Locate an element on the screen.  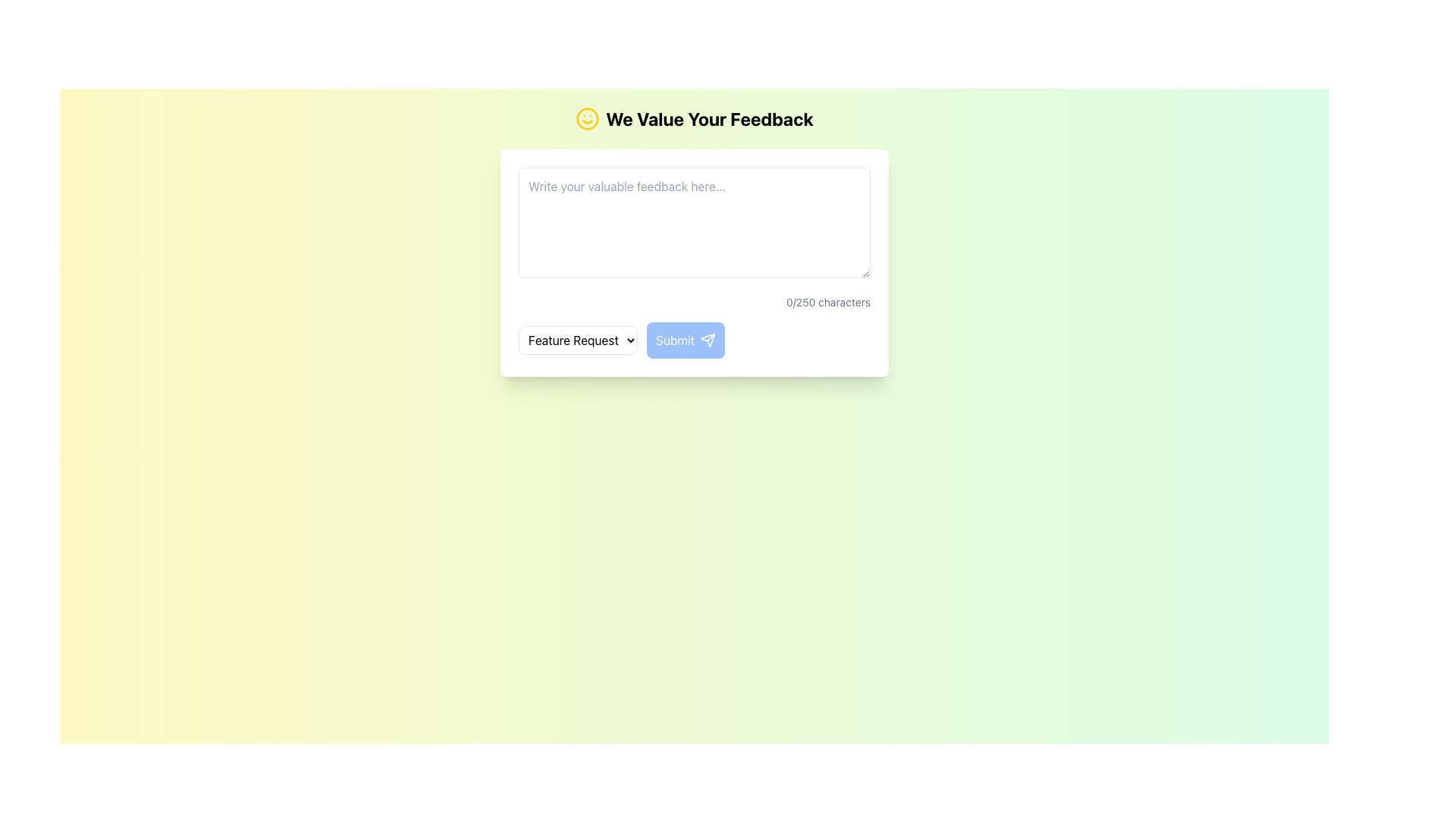
the SVG circle element with a smiley face design, which is yellow and positioned above the heading 'We Value Your Feedback.' is located at coordinates (587, 118).